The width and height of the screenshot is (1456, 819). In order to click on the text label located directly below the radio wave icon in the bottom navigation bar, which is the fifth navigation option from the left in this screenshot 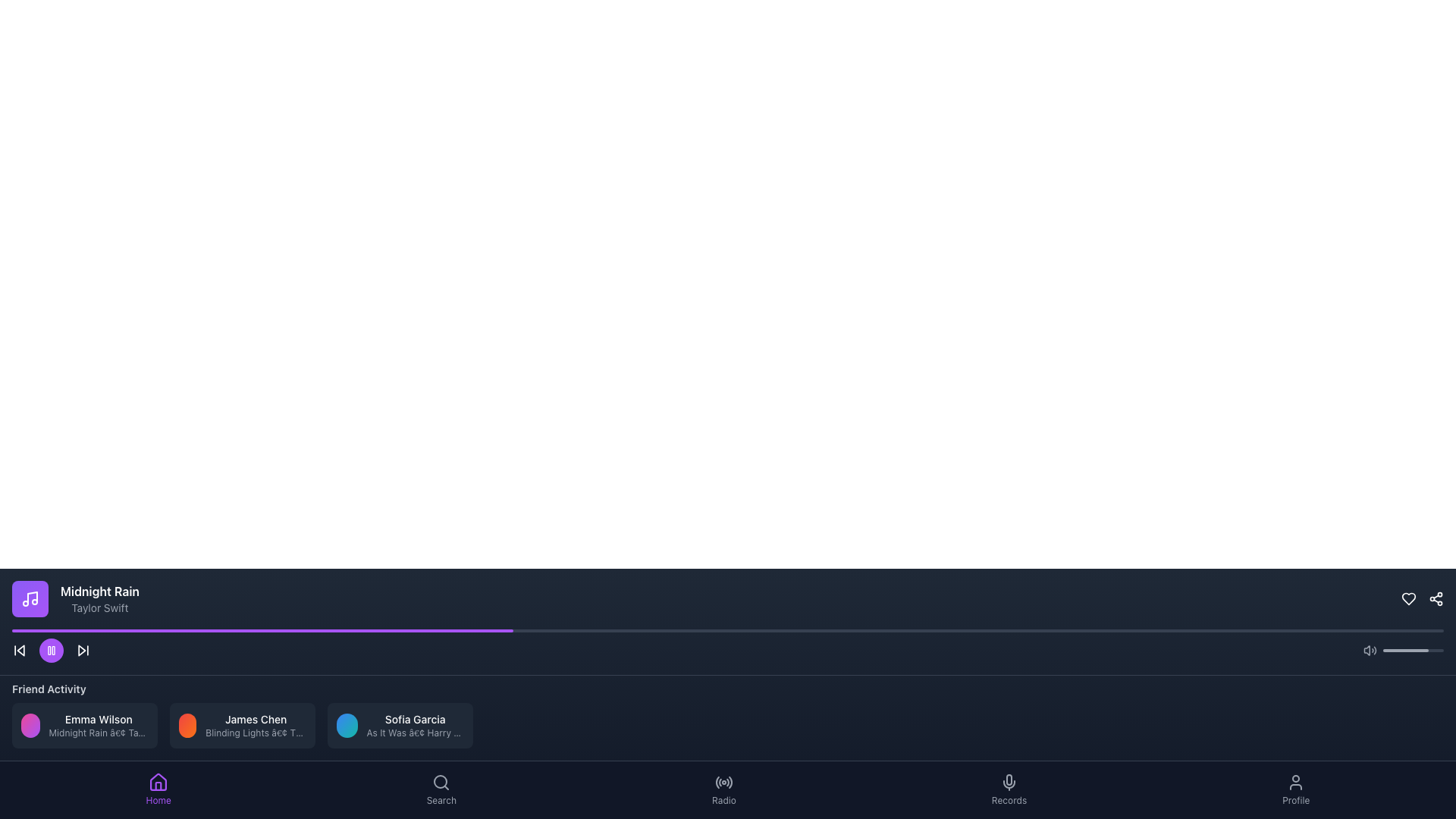, I will do `click(723, 800)`.